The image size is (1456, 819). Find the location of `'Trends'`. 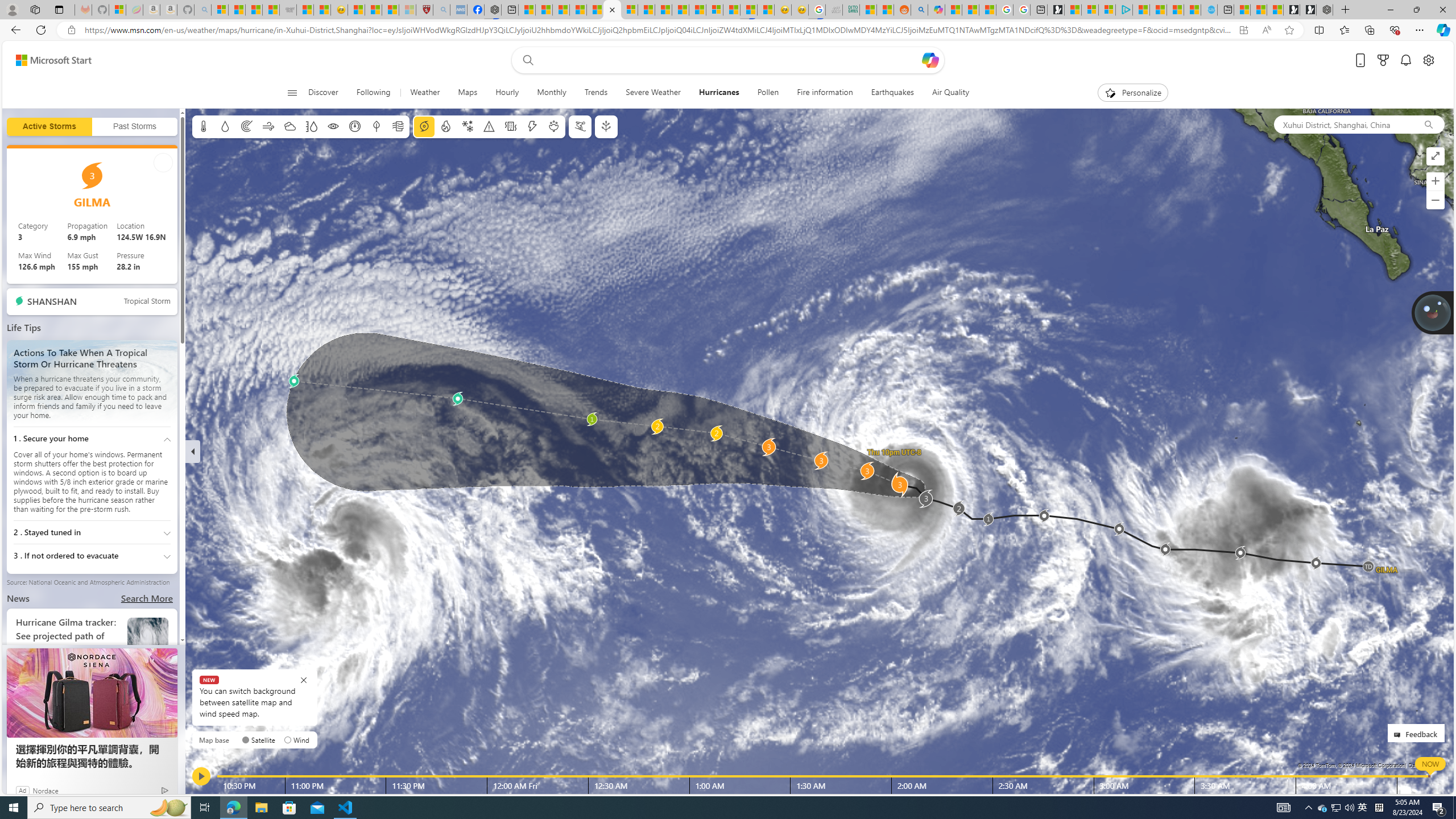

'Trends' is located at coordinates (595, 92).